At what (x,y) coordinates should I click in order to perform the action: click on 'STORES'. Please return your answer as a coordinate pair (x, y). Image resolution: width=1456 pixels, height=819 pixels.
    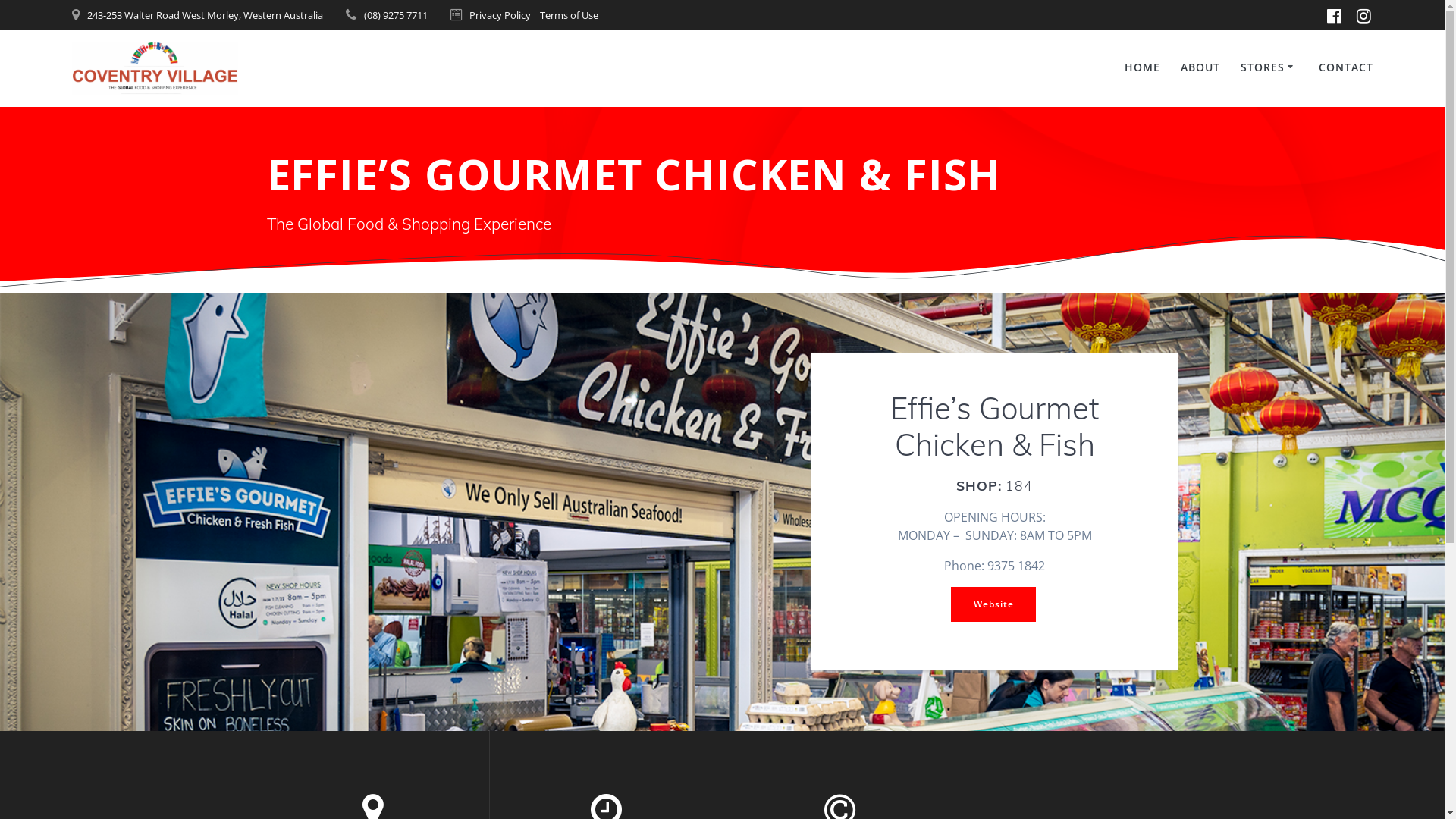
    Looking at the image, I should click on (1269, 68).